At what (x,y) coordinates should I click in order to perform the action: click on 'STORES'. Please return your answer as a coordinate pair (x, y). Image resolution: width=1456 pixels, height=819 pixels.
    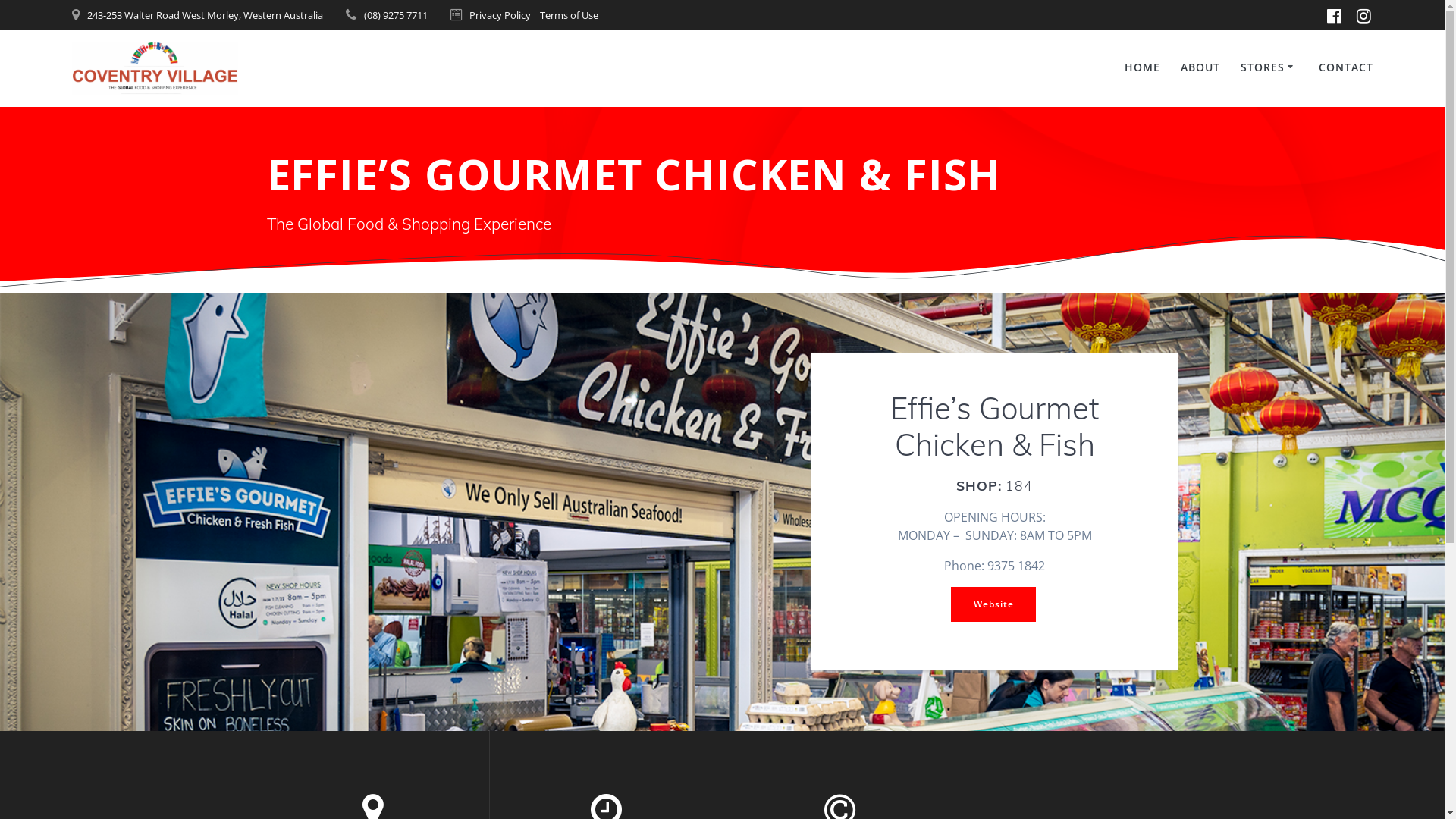
    Looking at the image, I should click on (1269, 68).